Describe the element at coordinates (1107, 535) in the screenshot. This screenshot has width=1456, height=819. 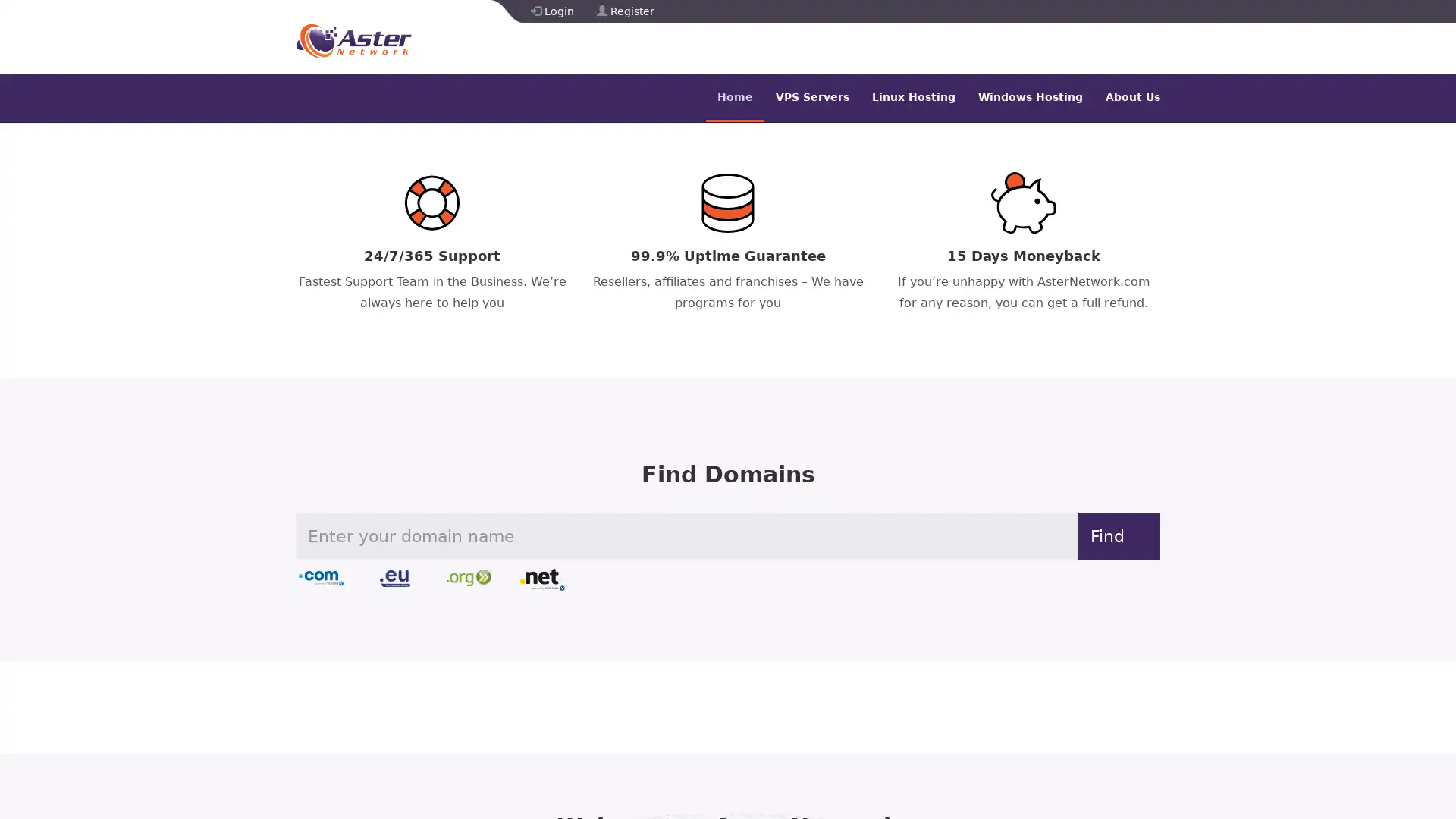
I see `Find` at that location.